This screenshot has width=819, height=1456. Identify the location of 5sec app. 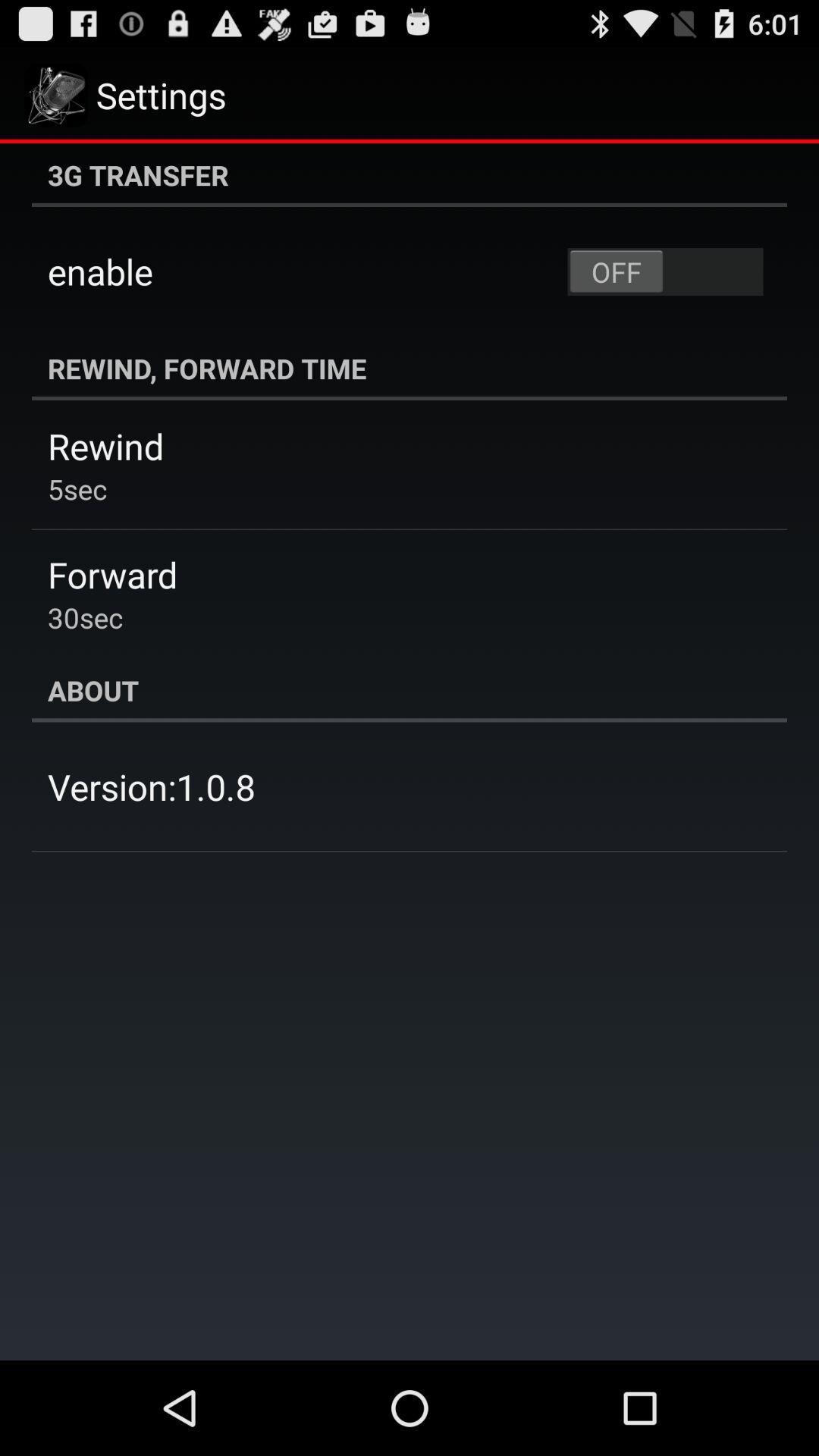
(77, 488).